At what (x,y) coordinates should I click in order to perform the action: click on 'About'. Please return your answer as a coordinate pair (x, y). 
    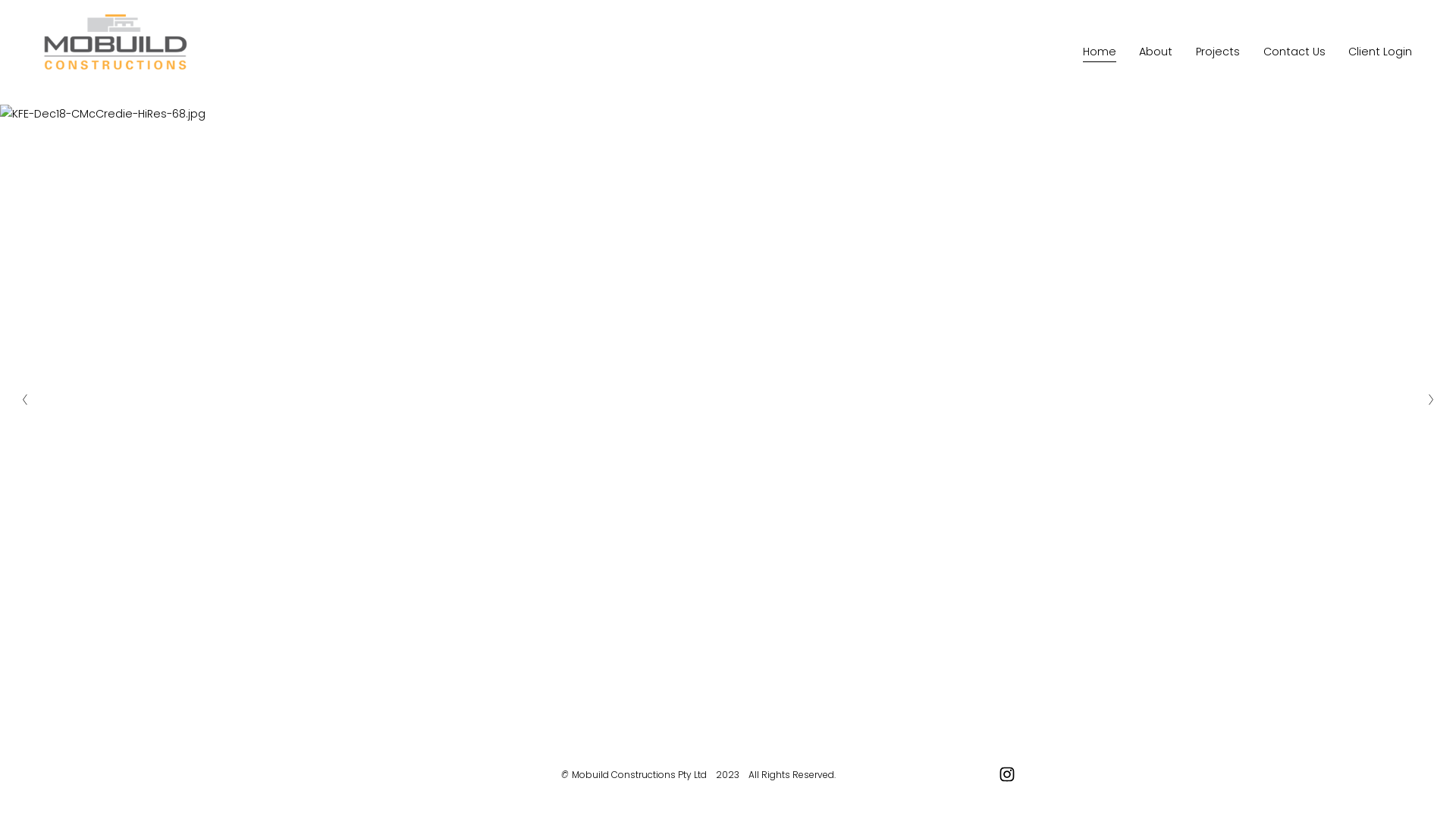
    Looking at the image, I should click on (1154, 52).